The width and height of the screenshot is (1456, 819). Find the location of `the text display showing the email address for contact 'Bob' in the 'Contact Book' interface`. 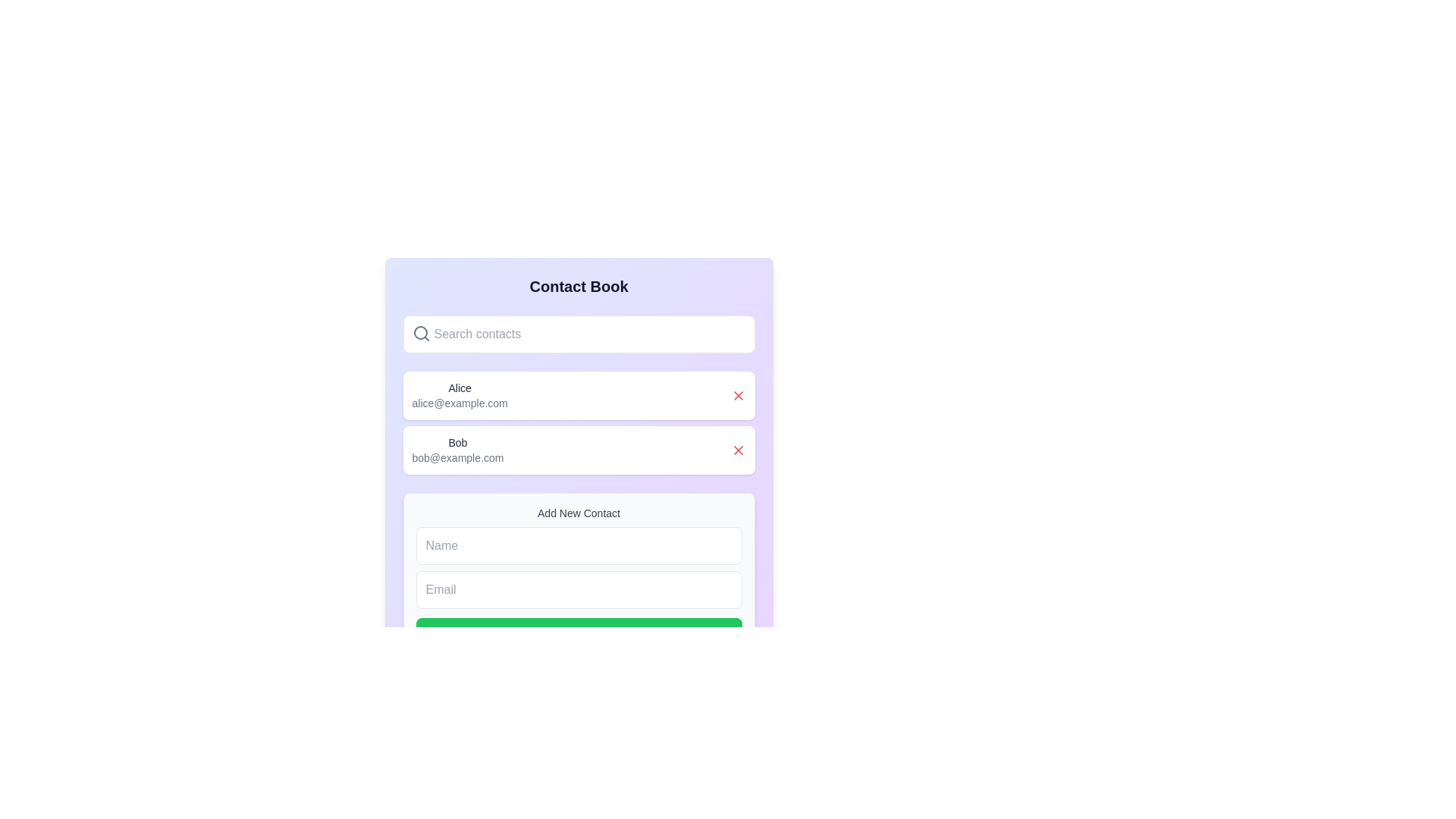

the text display showing the email address for contact 'Bob' in the 'Contact Book' interface is located at coordinates (457, 457).